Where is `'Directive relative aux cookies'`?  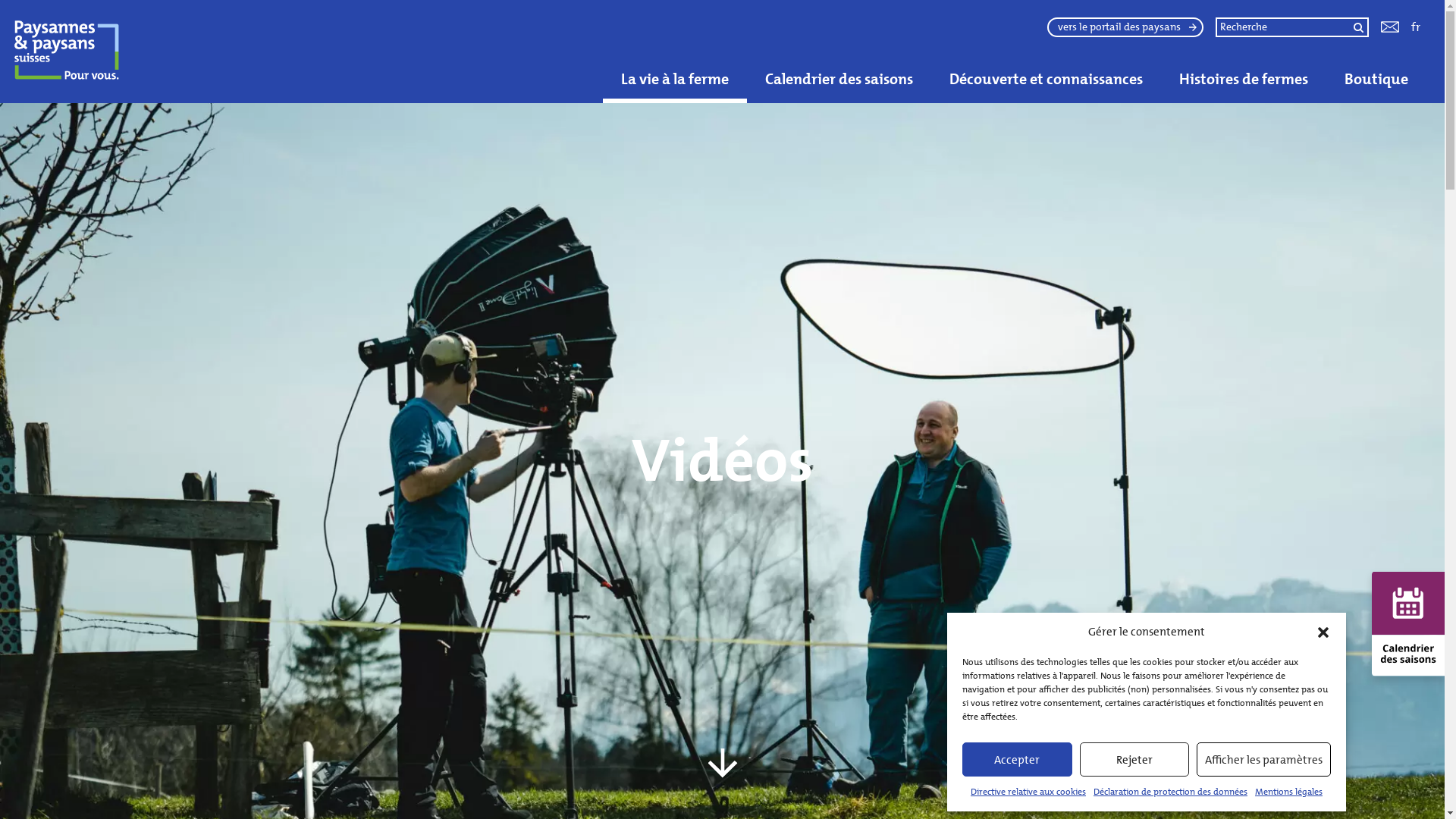
'Directive relative aux cookies' is located at coordinates (1028, 791).